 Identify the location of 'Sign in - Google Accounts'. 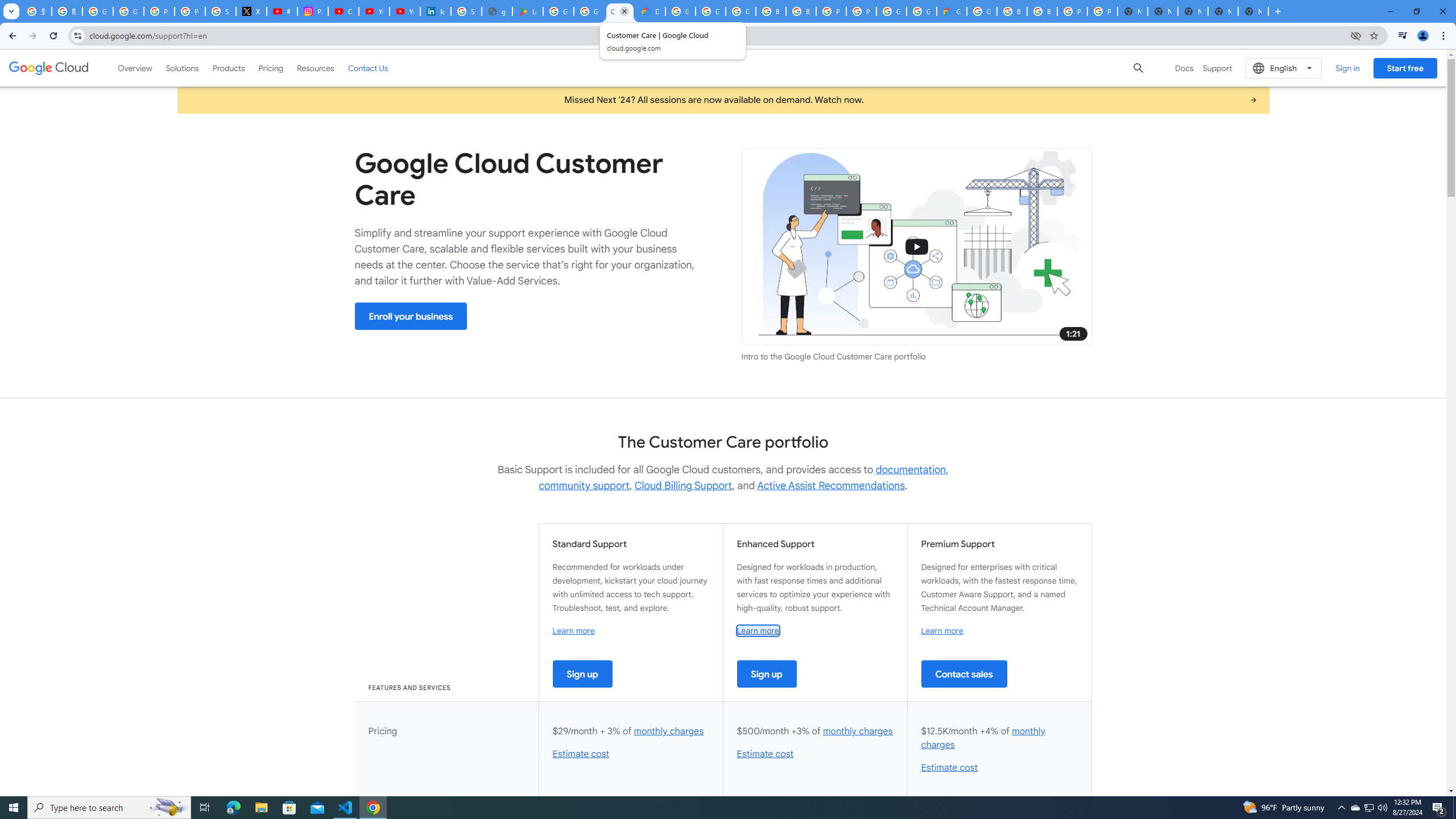
(221, 11).